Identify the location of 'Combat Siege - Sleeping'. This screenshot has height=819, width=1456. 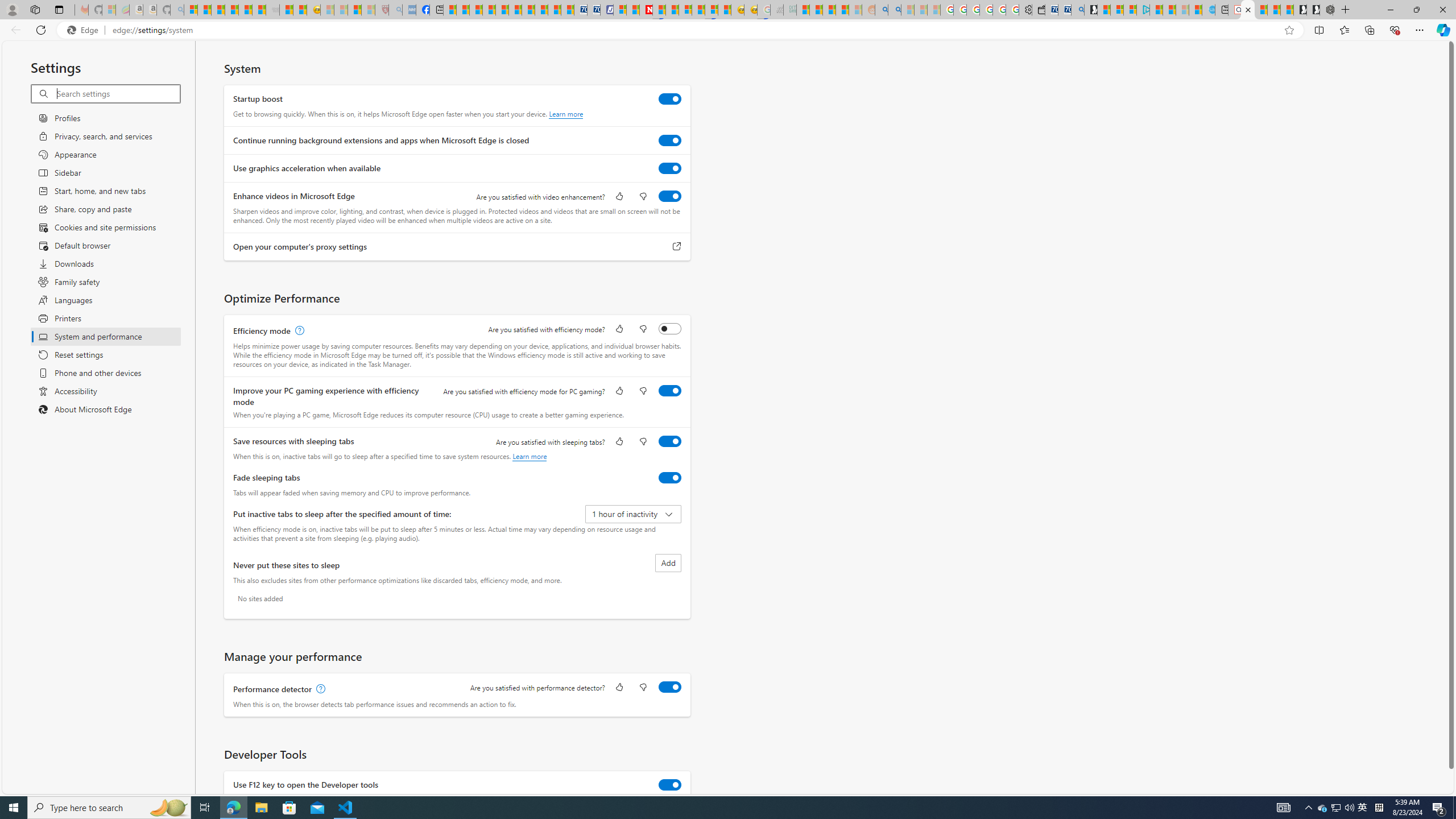
(271, 9).